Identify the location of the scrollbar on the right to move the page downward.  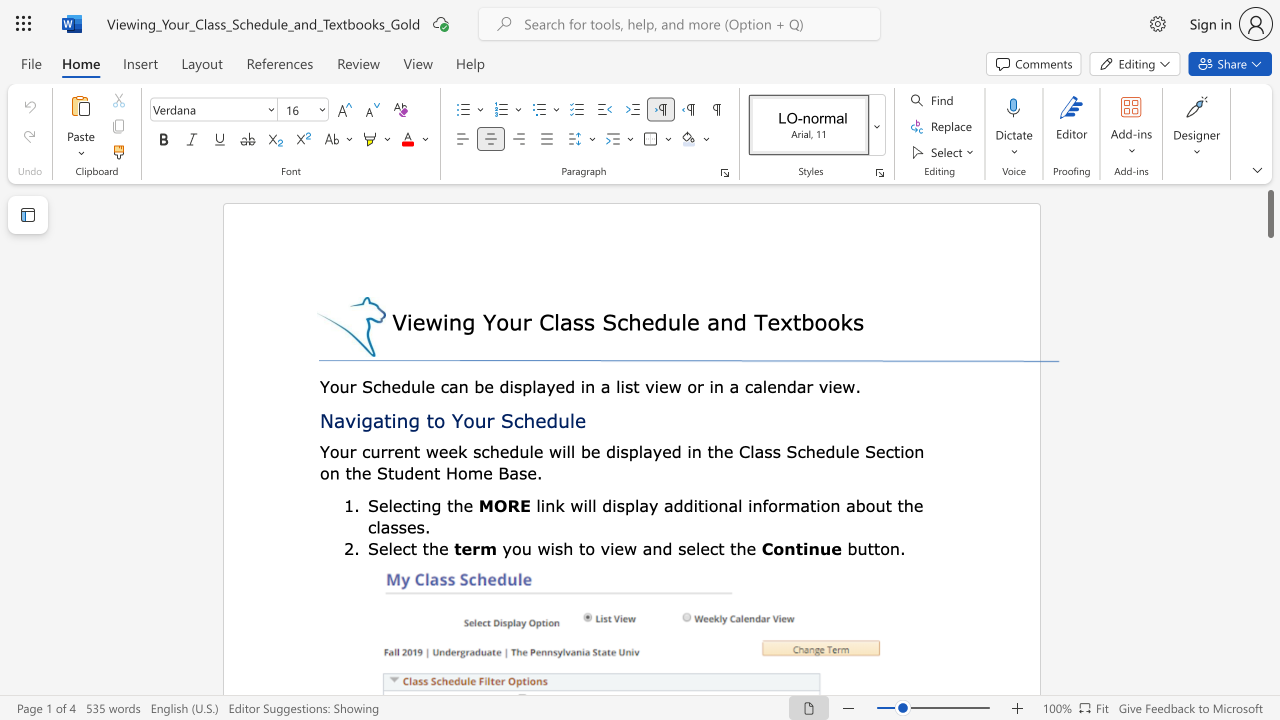
(1269, 280).